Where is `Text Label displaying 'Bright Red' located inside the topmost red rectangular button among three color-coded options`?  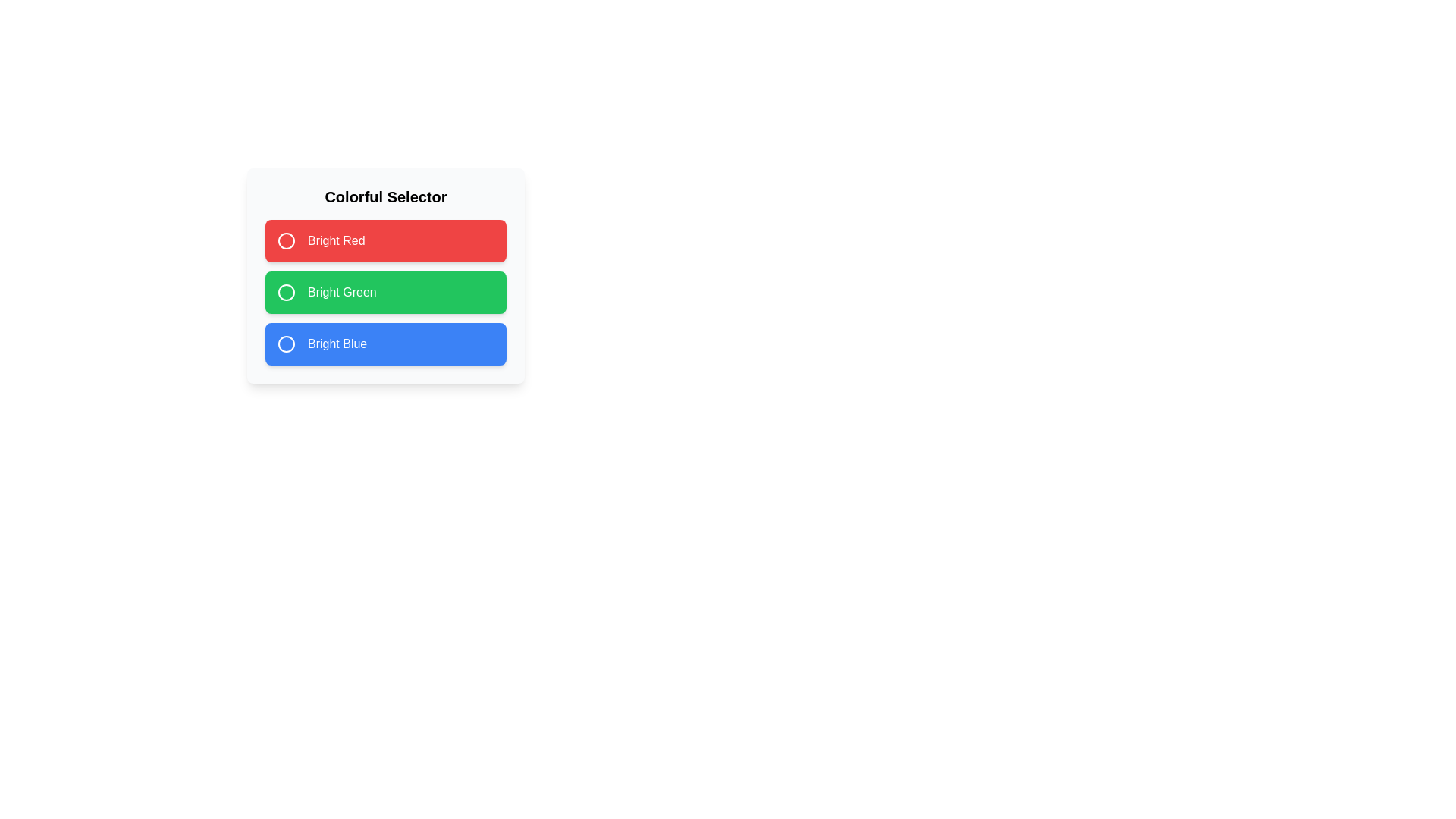
Text Label displaying 'Bright Red' located inside the topmost red rectangular button among three color-coded options is located at coordinates (335, 240).